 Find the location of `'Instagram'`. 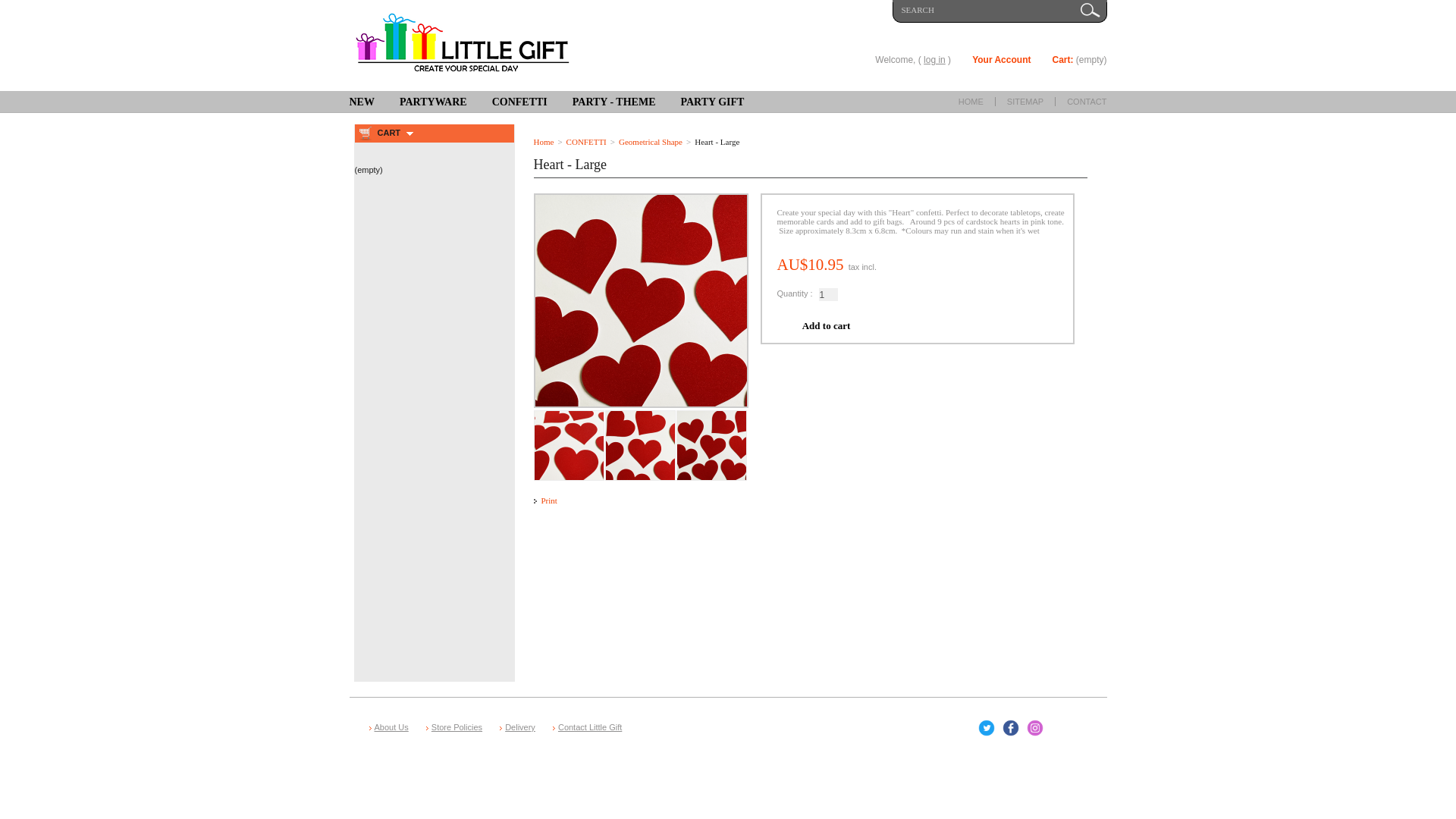

'Instagram' is located at coordinates (1034, 727).